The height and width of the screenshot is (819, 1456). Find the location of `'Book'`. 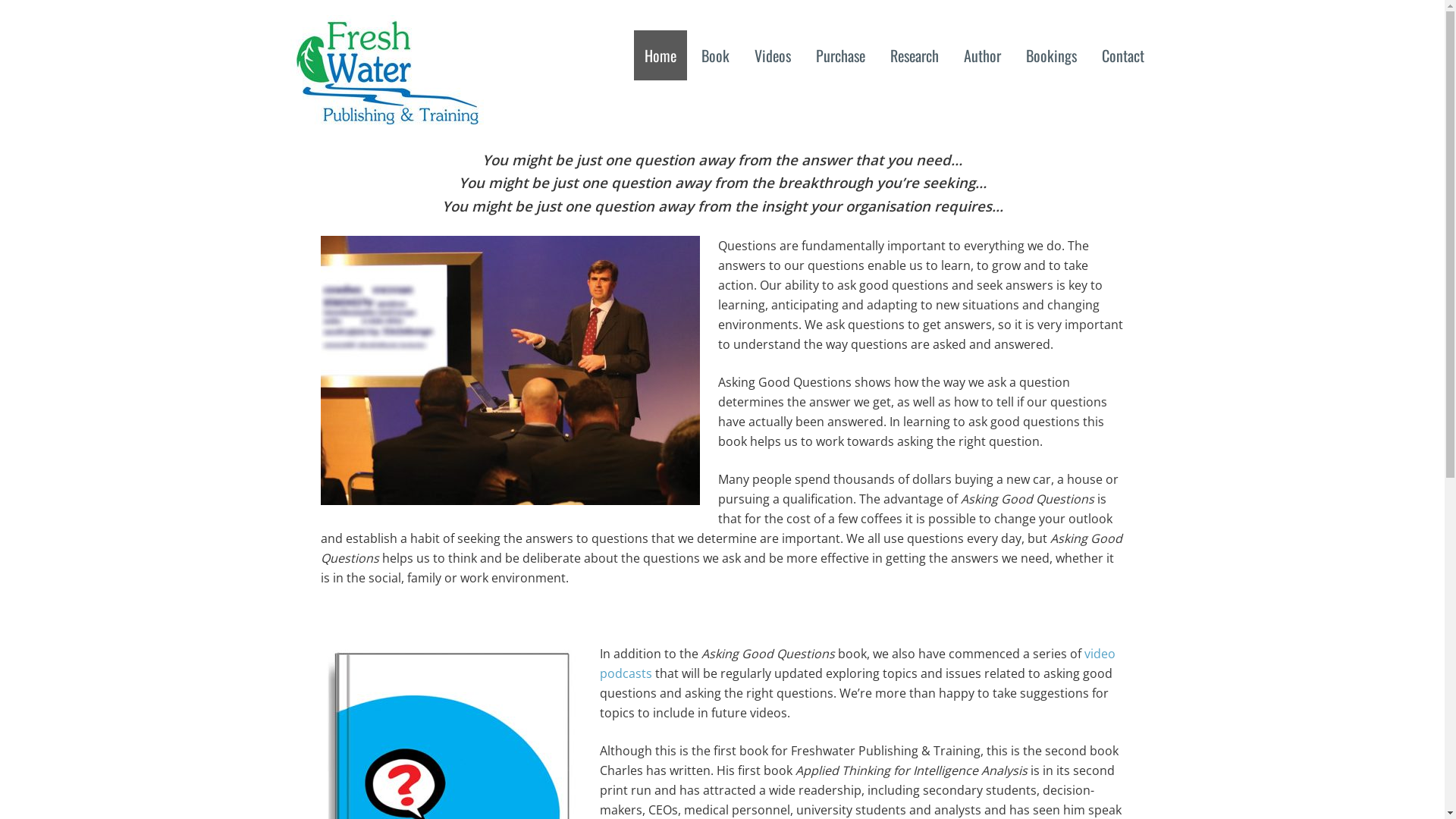

'Book' is located at coordinates (714, 55).